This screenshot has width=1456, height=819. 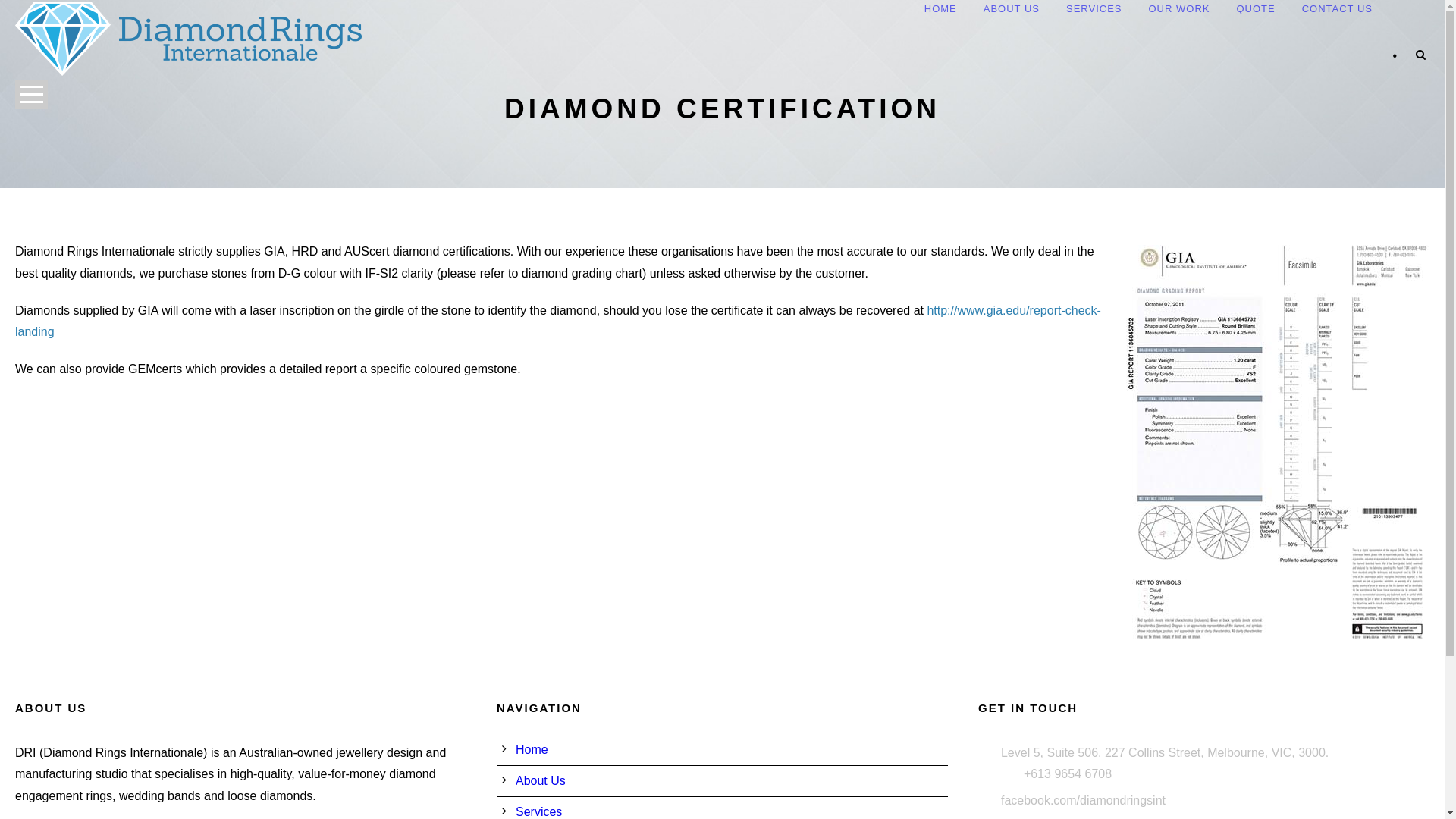 I want to click on 'Home', so click(x=532, y=748).